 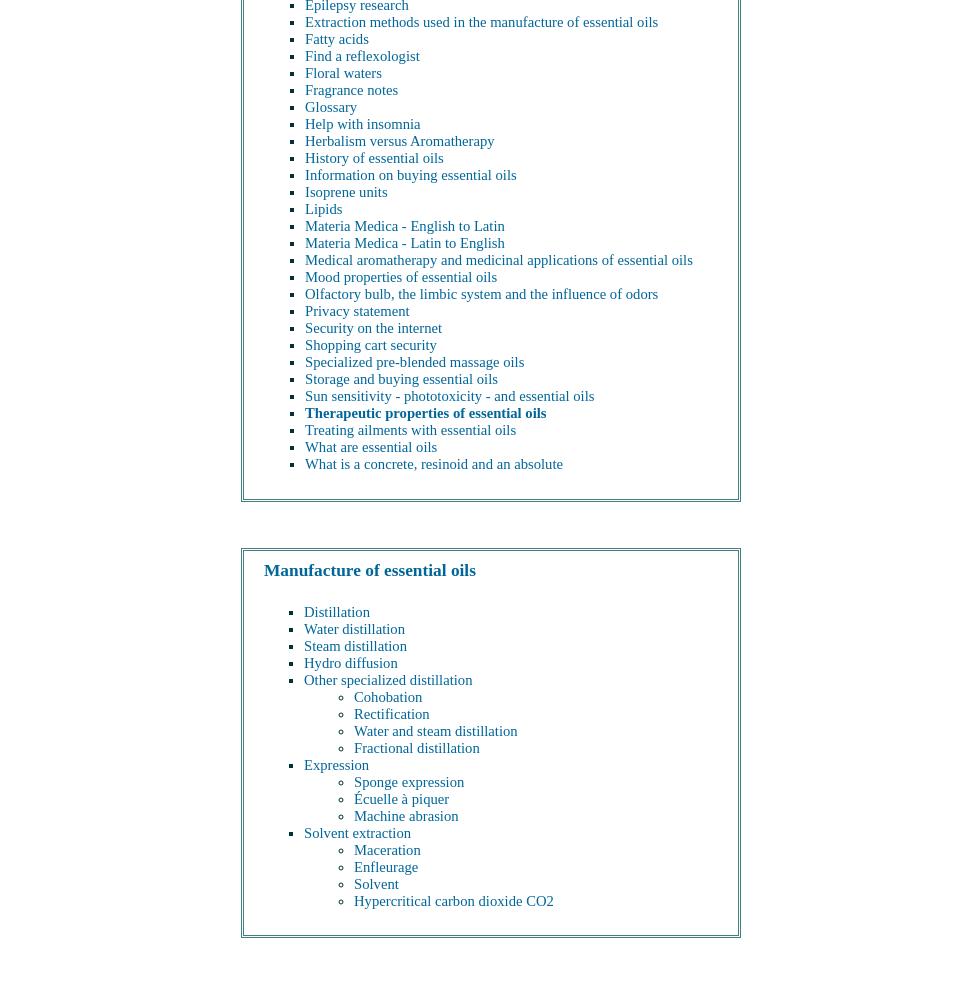 I want to click on 'Fatty acids', so click(x=336, y=37).